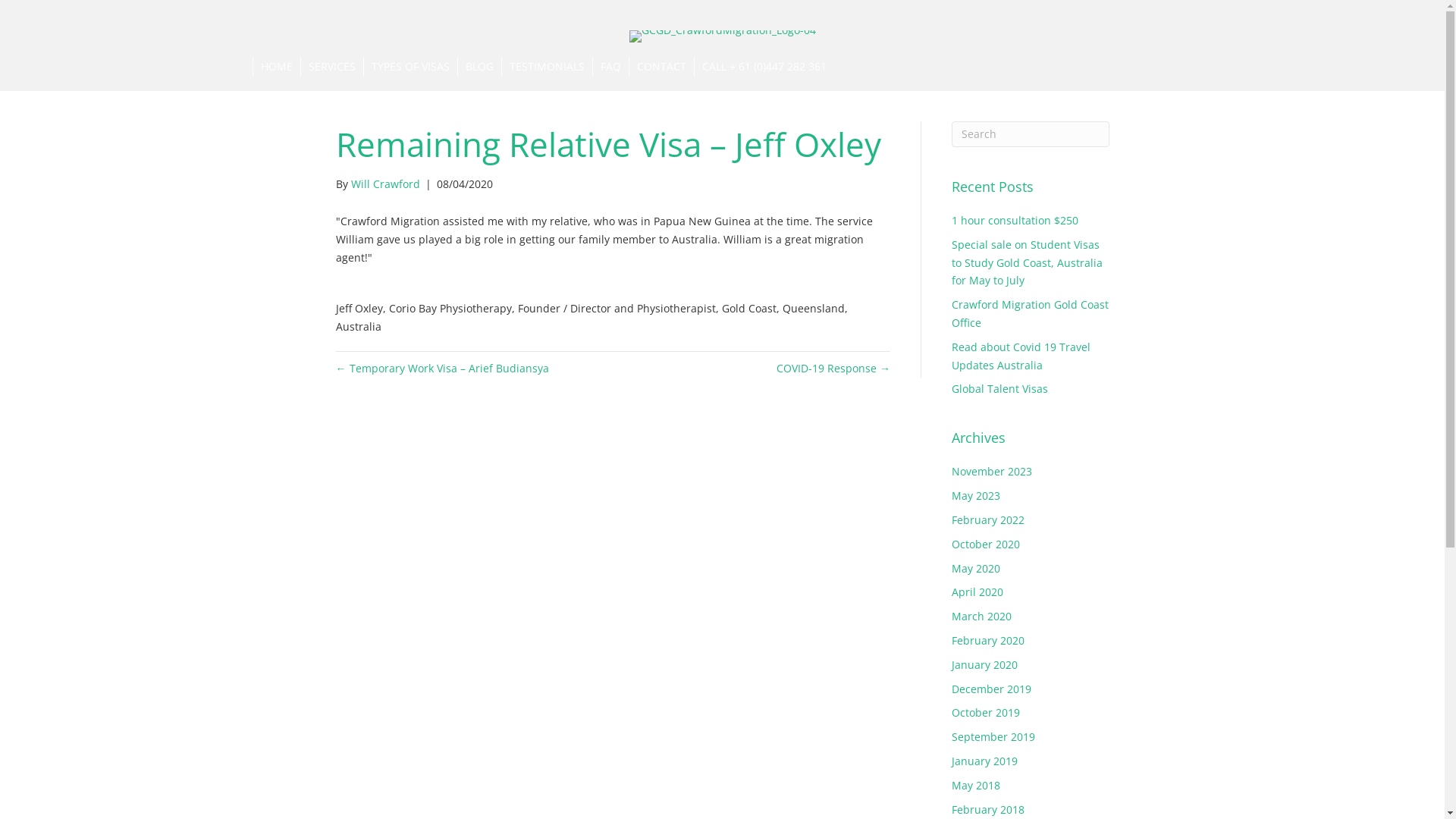  I want to click on 'Global Talent Visas', so click(999, 388).